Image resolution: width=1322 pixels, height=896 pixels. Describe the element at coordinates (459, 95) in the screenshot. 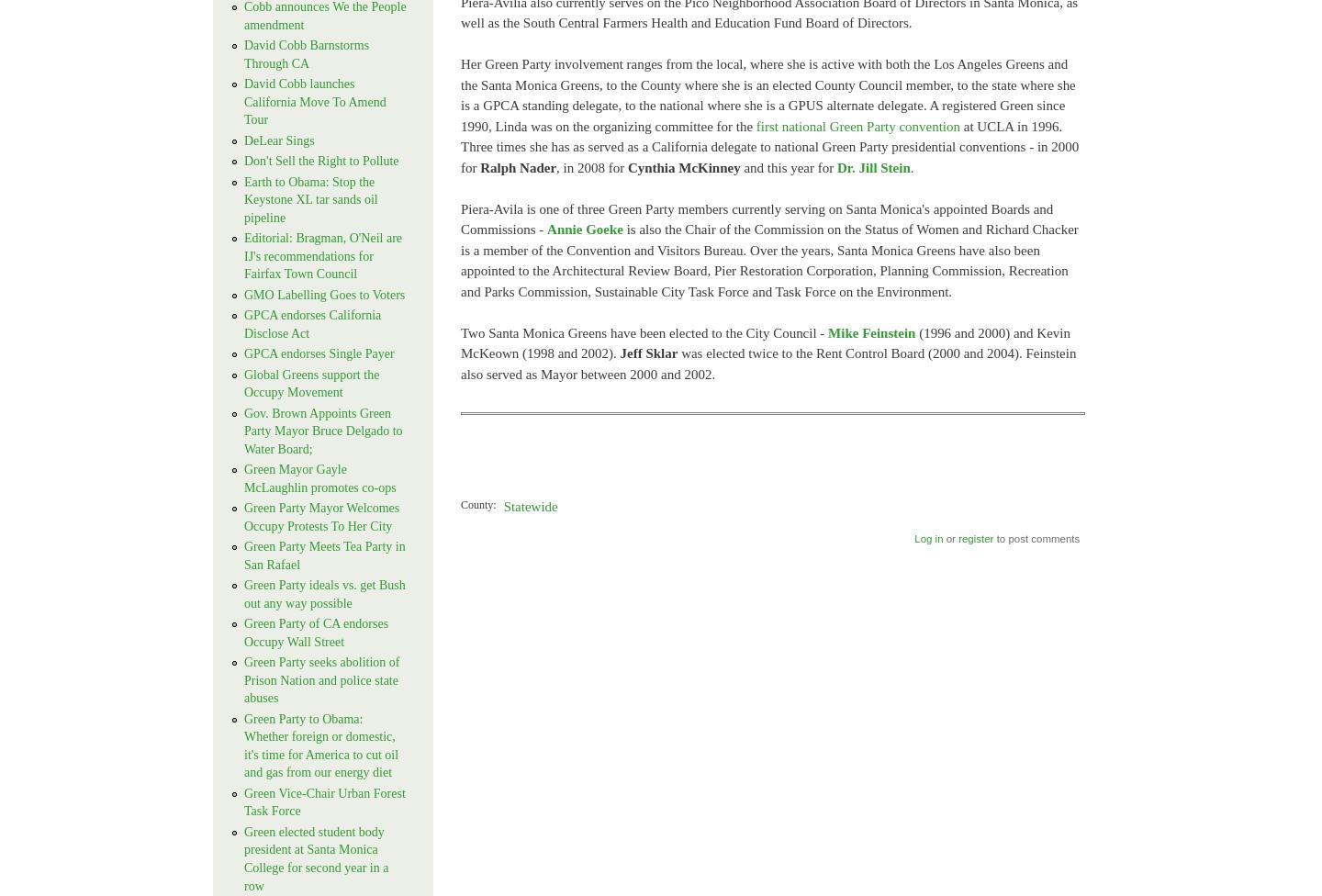

I see `'Her Green Party involvement ranges from the local, where she is active with both the Los Angeles Greens and the Santa Monica Greens, to the County where she is an elected County Council member, to the state where she is a GPCA standing delegate, to the national where she is a GPUS alternate delegate. A registered Green since 1990, Linda was on the organizing committee for the'` at that location.